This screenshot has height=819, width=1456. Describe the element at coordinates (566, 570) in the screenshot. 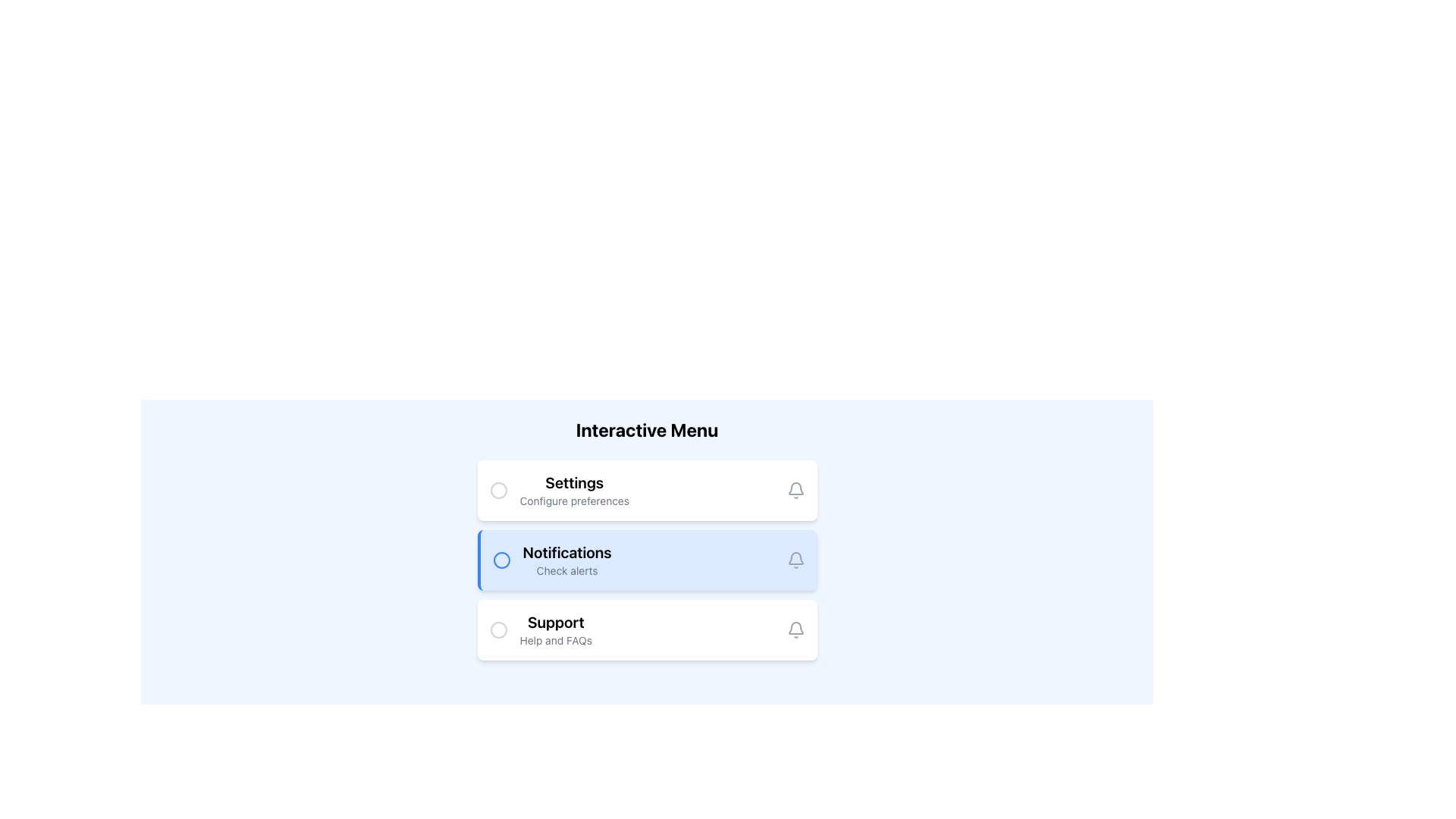

I see `the descriptive label for the 'Notifications' section, which provides context about alerts and is located directly beneath the 'Notifications' title` at that location.